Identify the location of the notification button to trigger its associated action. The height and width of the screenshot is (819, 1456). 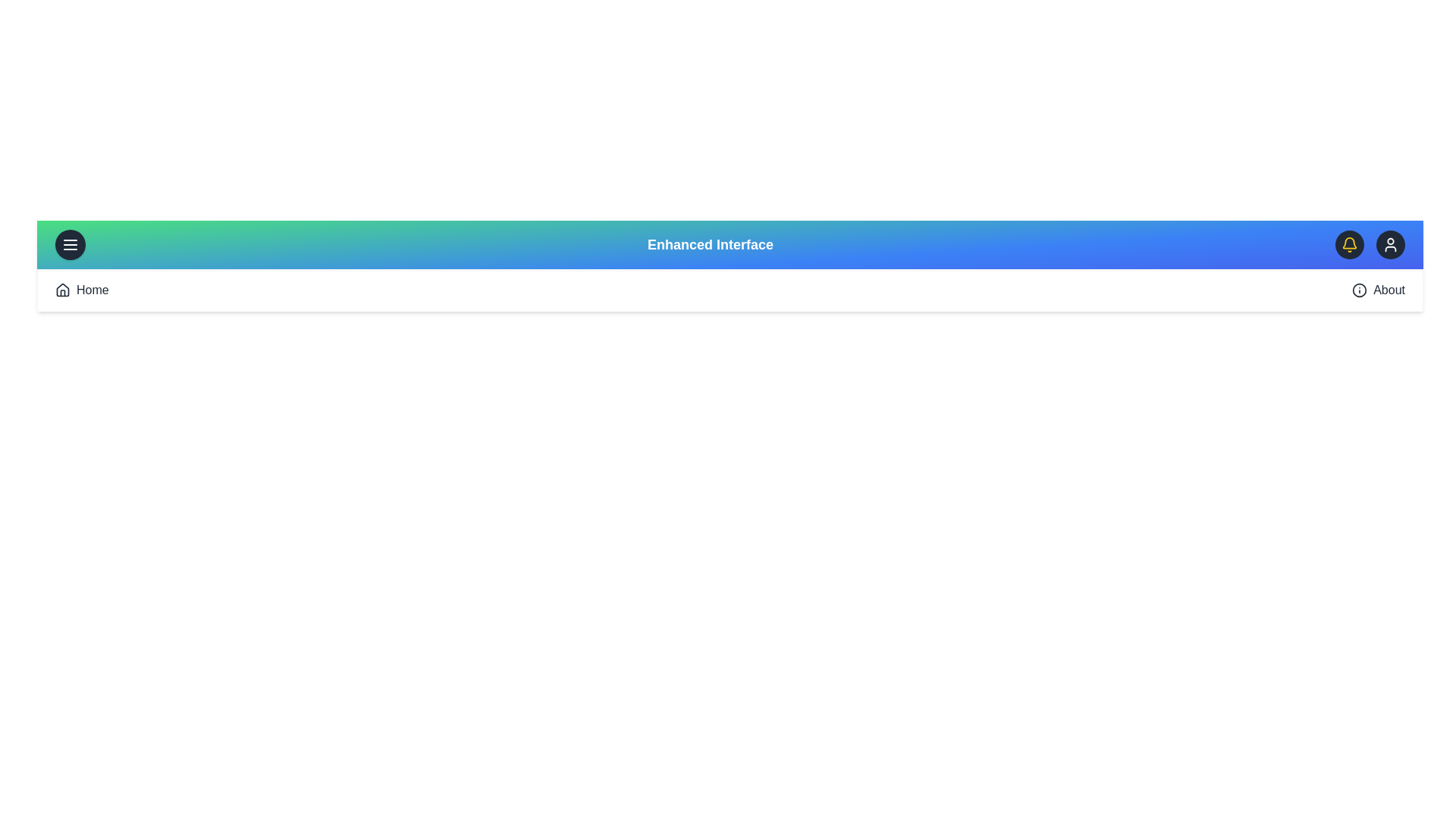
(1350, 244).